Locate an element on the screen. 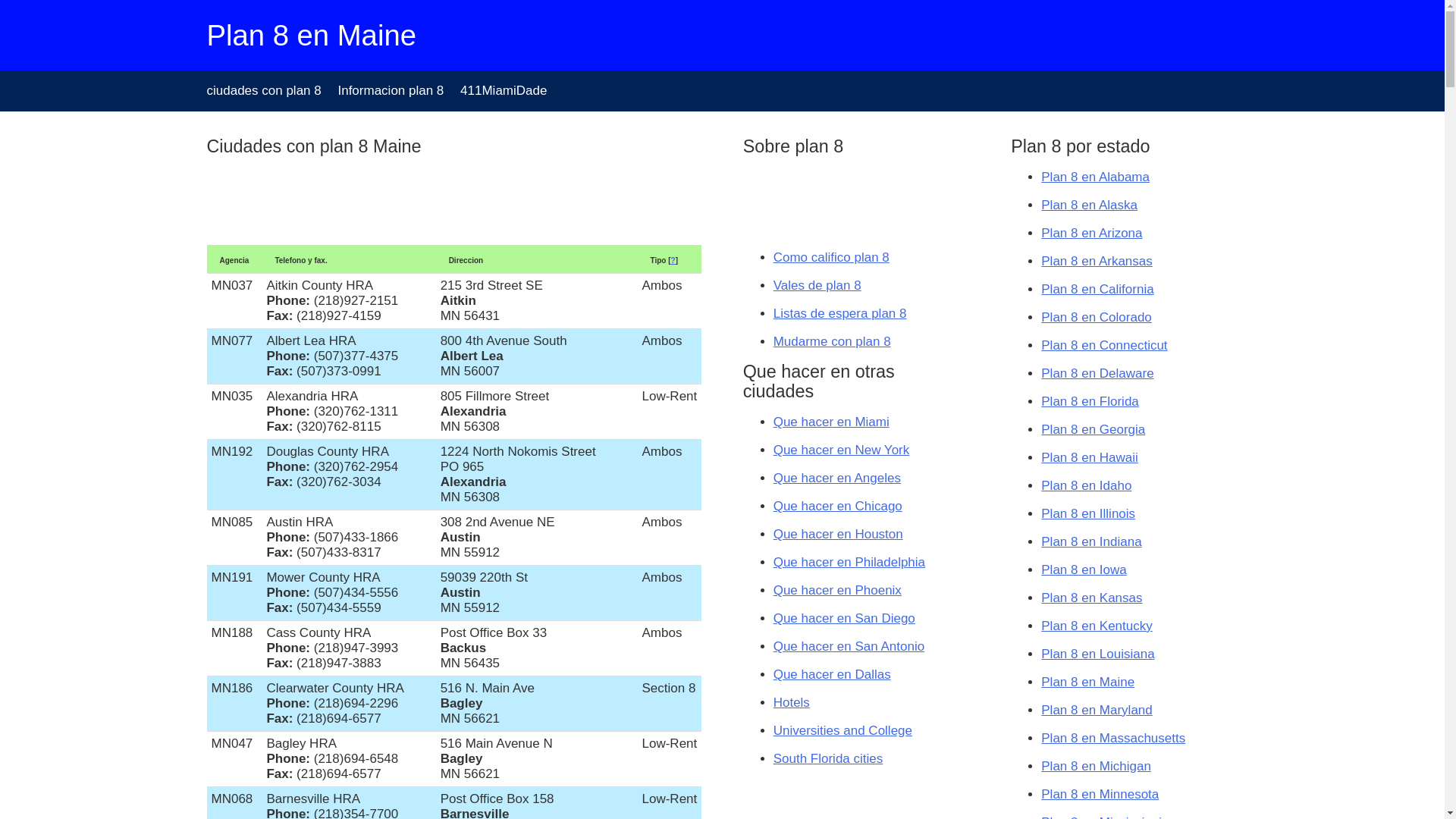 The width and height of the screenshot is (1456, 819). 'Plan 8 en Alaska' is located at coordinates (1040, 205).